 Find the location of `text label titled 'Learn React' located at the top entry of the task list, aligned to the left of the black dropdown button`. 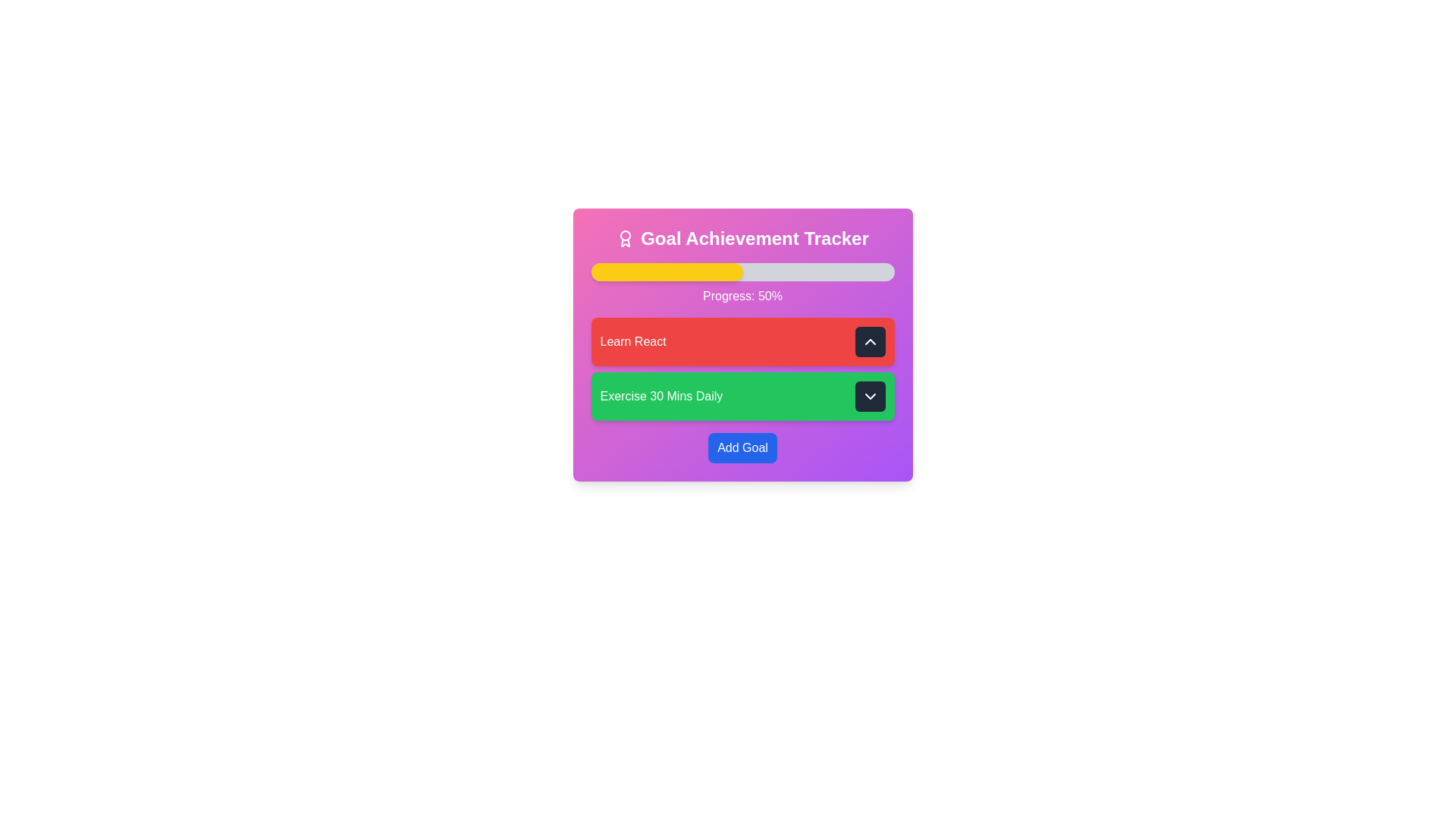

text label titled 'Learn React' located at the top entry of the task list, aligned to the left of the black dropdown button is located at coordinates (633, 342).